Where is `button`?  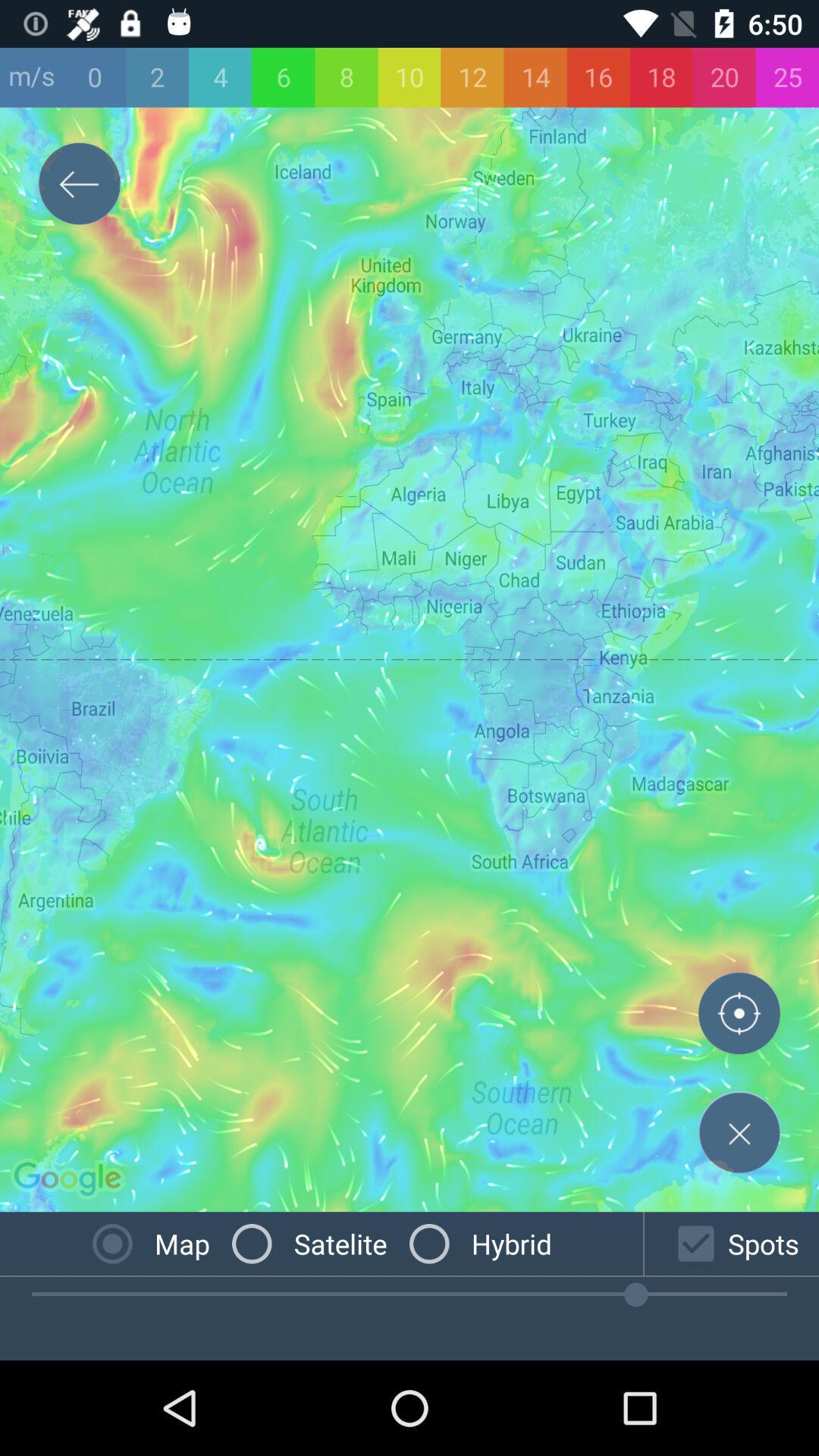
button is located at coordinates (739, 1132).